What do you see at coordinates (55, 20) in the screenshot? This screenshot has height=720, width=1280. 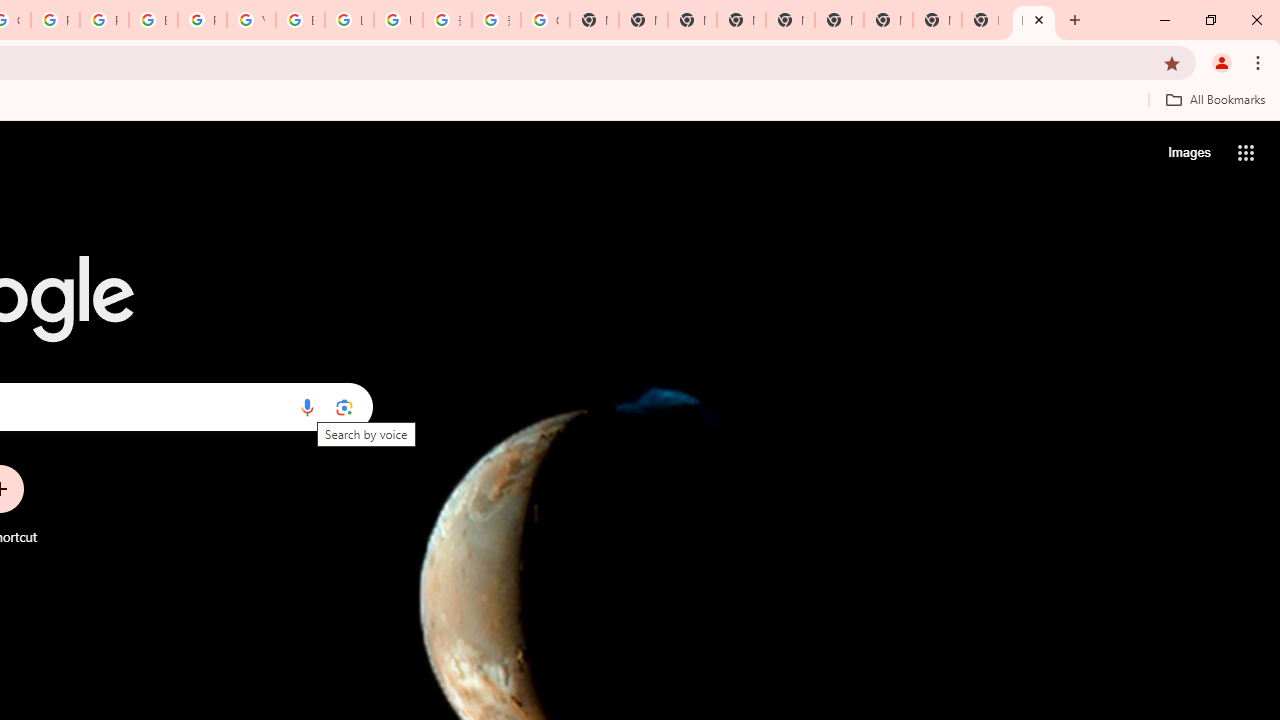 I see `'Privacy Help Center - Policies Help'` at bounding box center [55, 20].